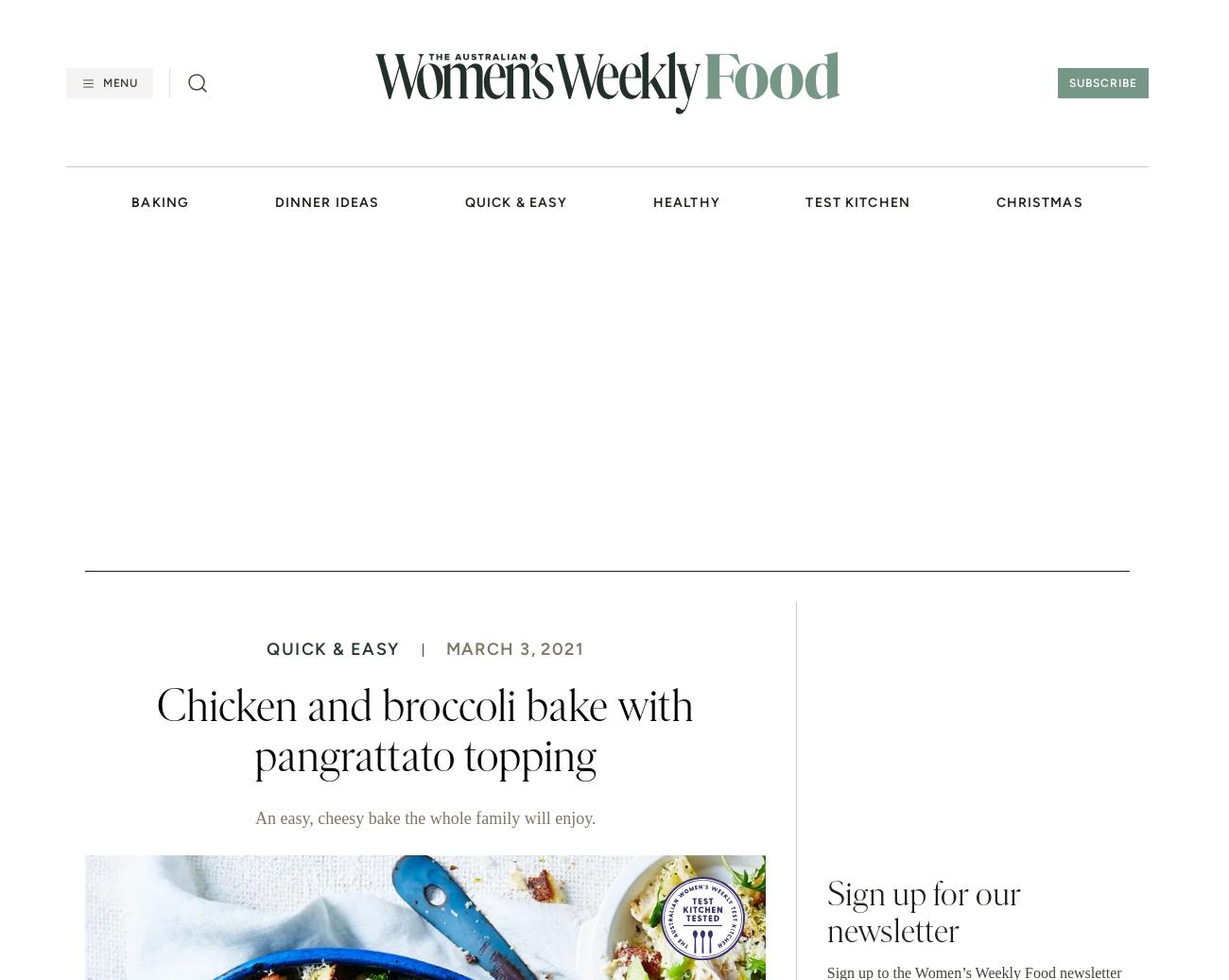  Describe the element at coordinates (252, 817) in the screenshot. I see `'An easy, cheesy bake the whole family will enjoy.'` at that location.